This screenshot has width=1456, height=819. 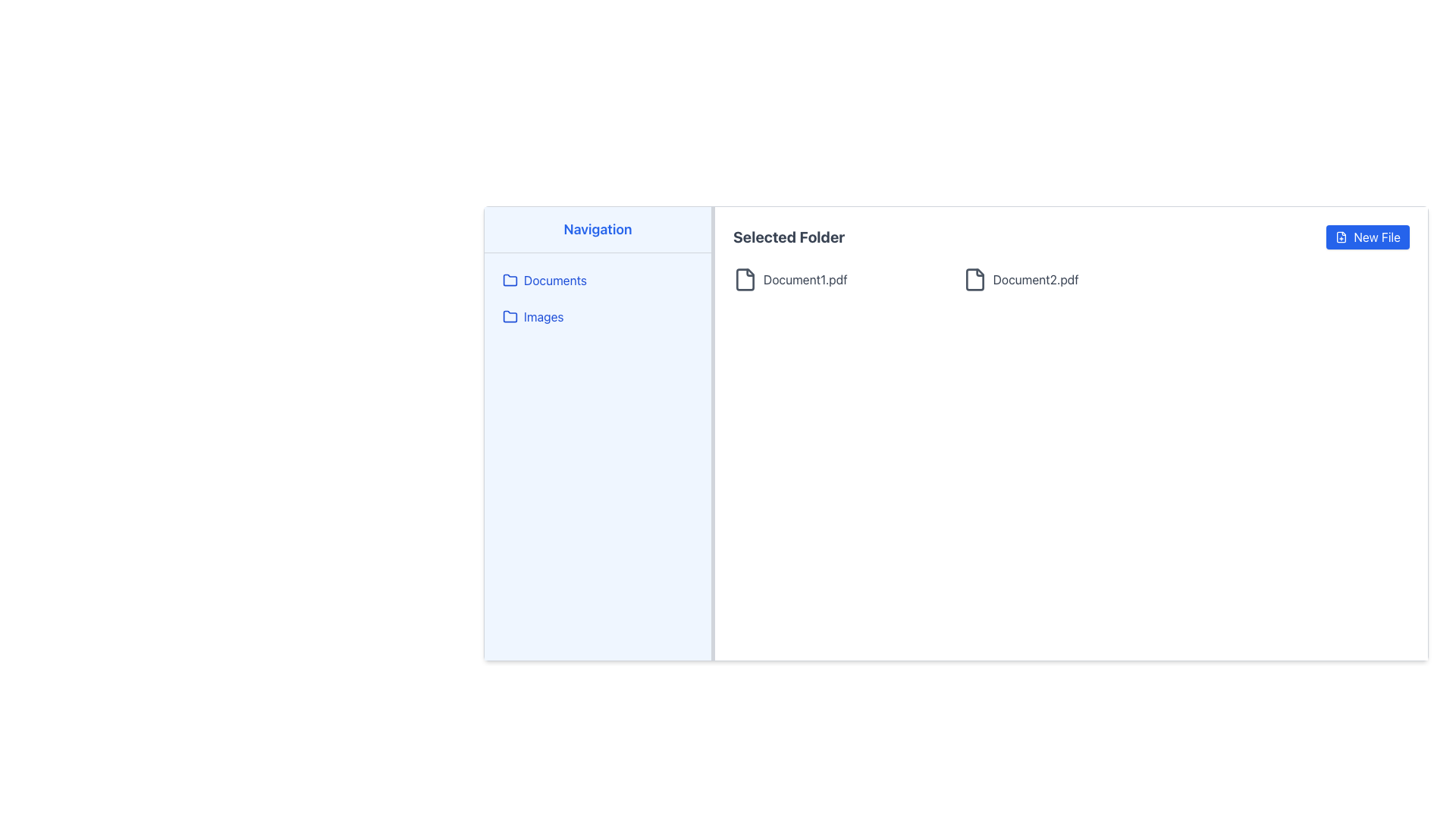 I want to click on the text label displaying 'Document2.pdf' which is positioned to the right of a document file icon in the 'Selected Folder' section, so click(x=1035, y=280).